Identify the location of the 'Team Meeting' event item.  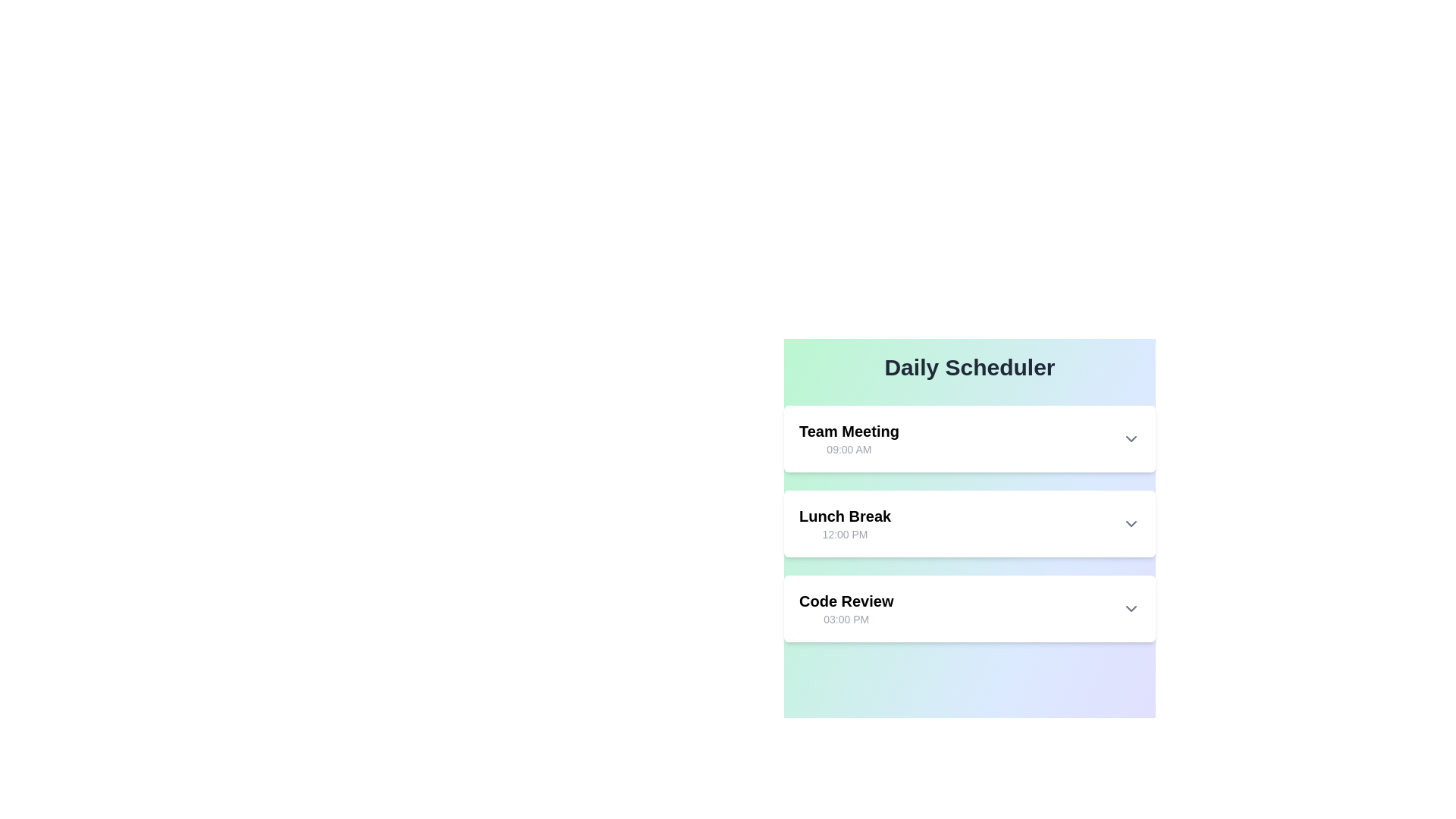
(968, 438).